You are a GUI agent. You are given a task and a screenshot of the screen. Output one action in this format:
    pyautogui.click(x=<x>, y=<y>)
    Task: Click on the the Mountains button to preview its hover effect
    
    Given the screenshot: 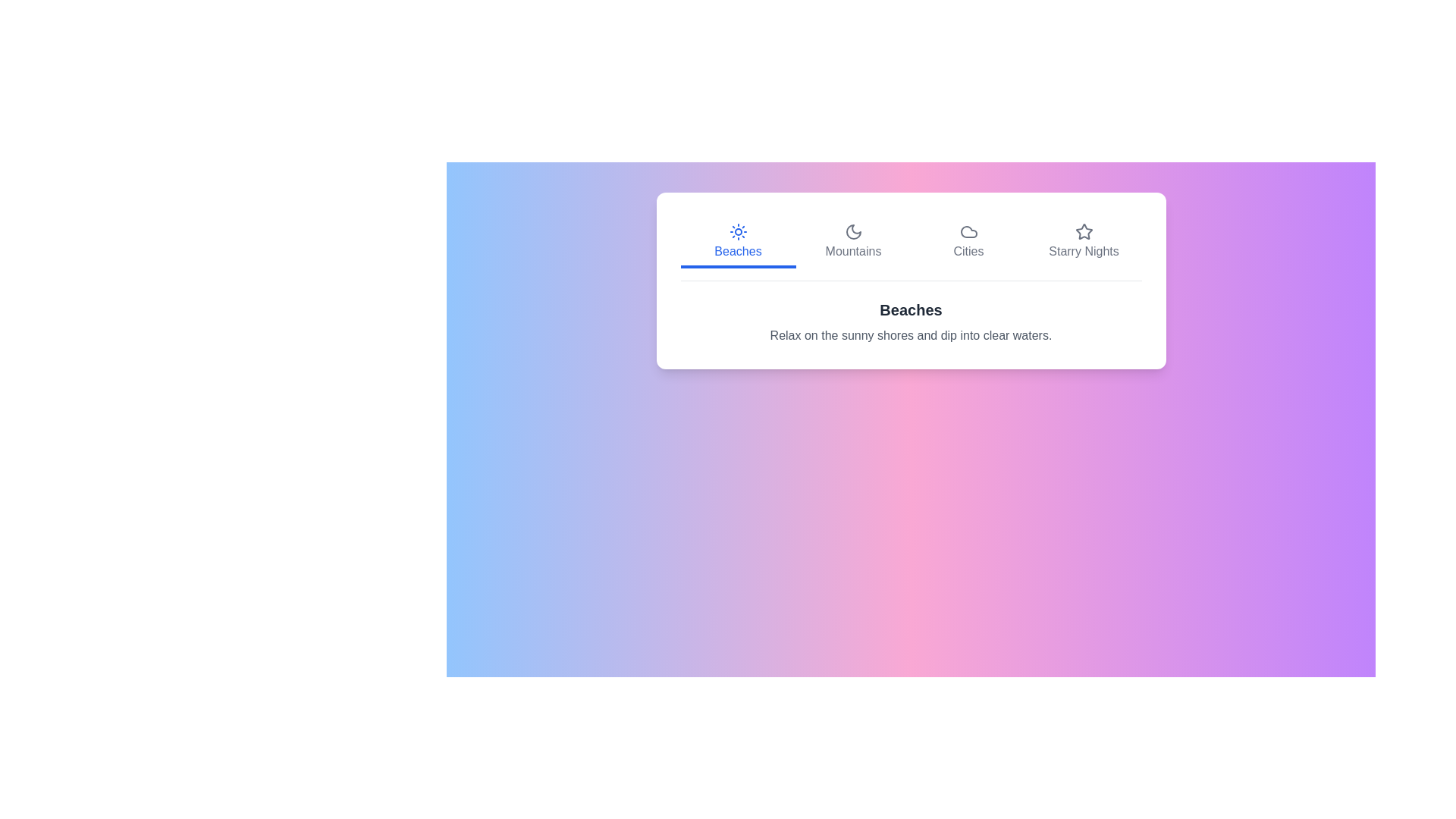 What is the action you would take?
    pyautogui.click(x=853, y=242)
    